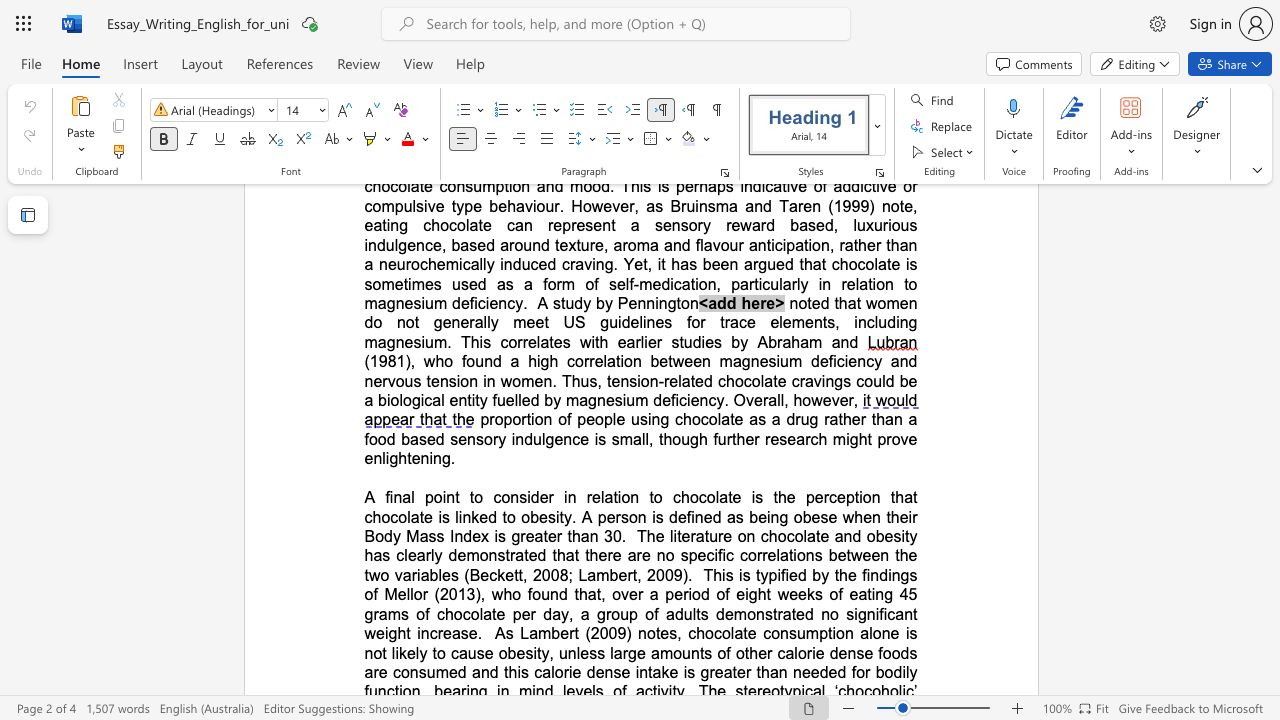 The width and height of the screenshot is (1280, 720). What do you see at coordinates (403, 555) in the screenshot?
I see `the subset text "learly" within the text "The literature on chocolate and obesity has clearly"` at bounding box center [403, 555].